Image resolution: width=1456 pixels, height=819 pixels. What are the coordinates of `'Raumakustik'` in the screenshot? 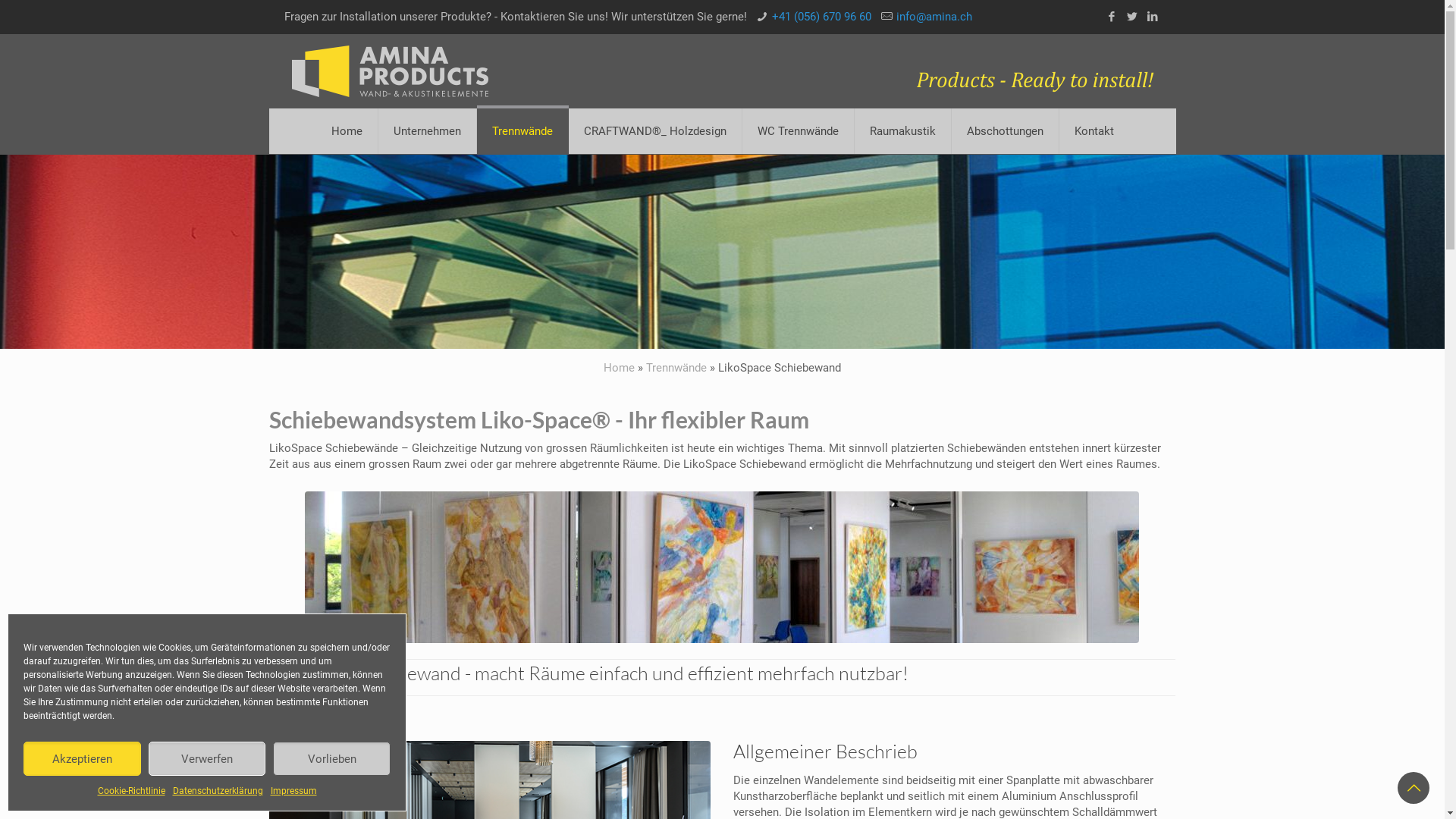 It's located at (854, 130).